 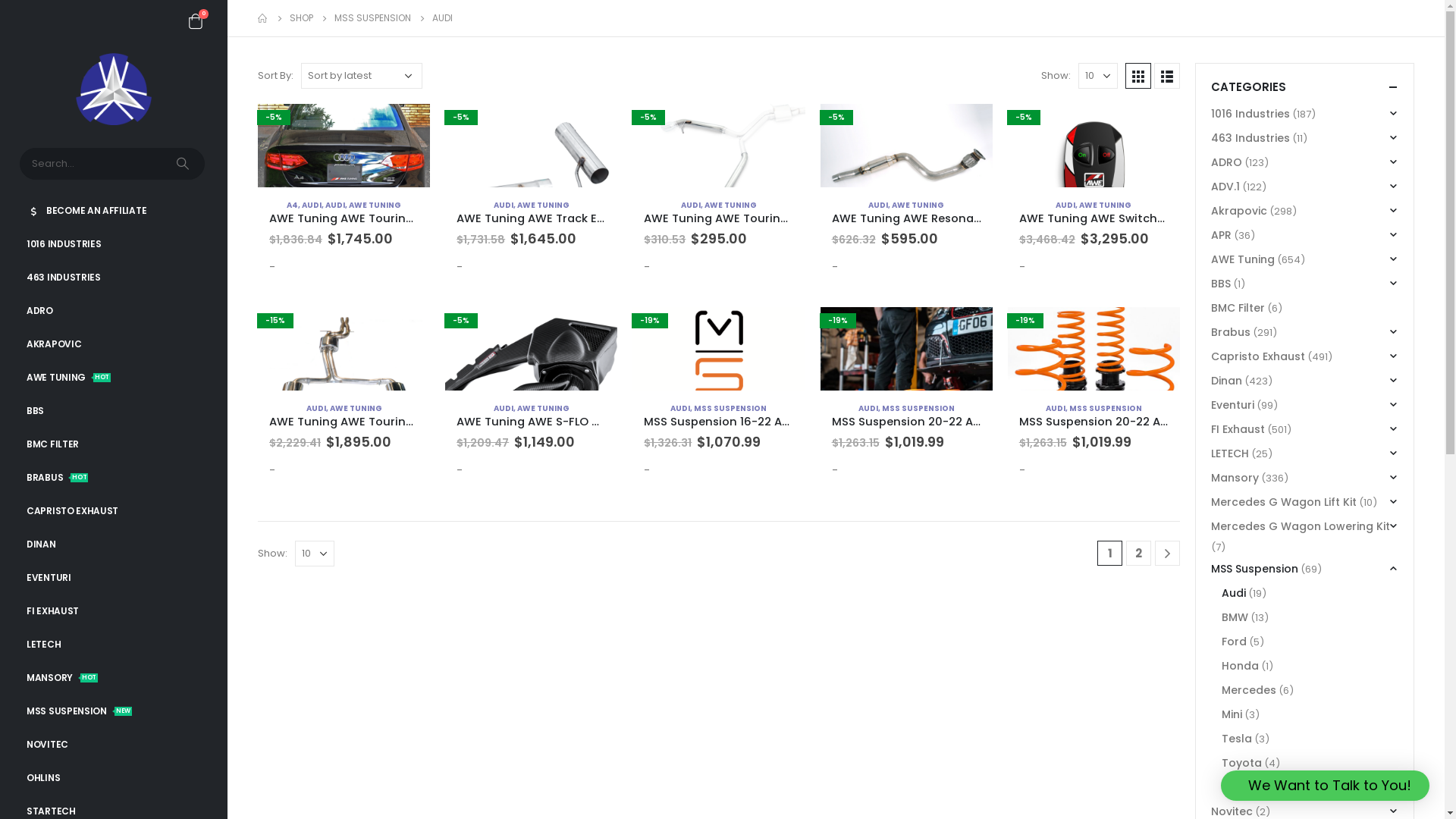 I want to click on 'OHLINS', so click(x=22, y=778).